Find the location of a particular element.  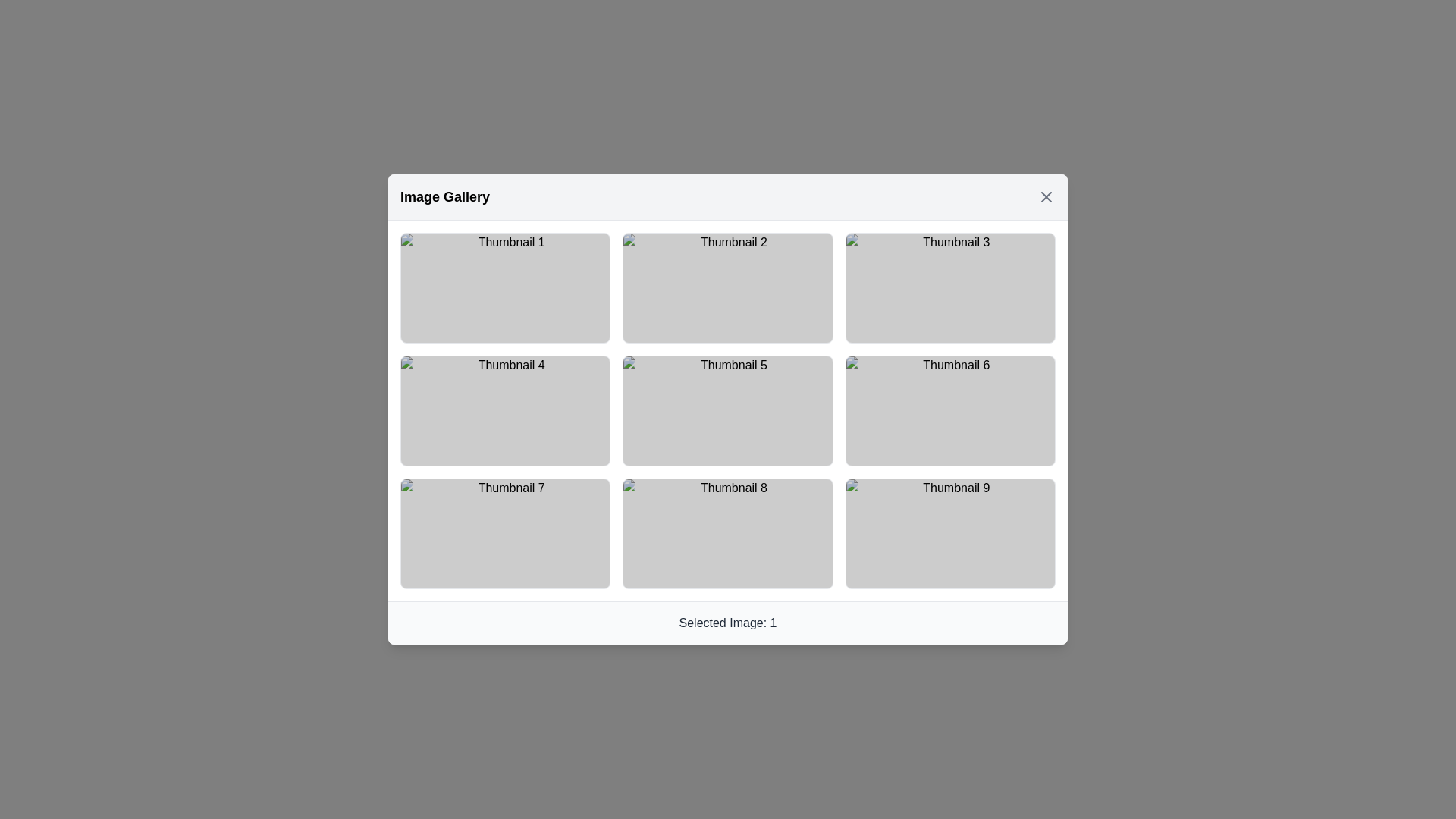

the rectangular thumbnail labeled 'Thumbnail 7', which is the first thumbnail is located at coordinates (505, 533).